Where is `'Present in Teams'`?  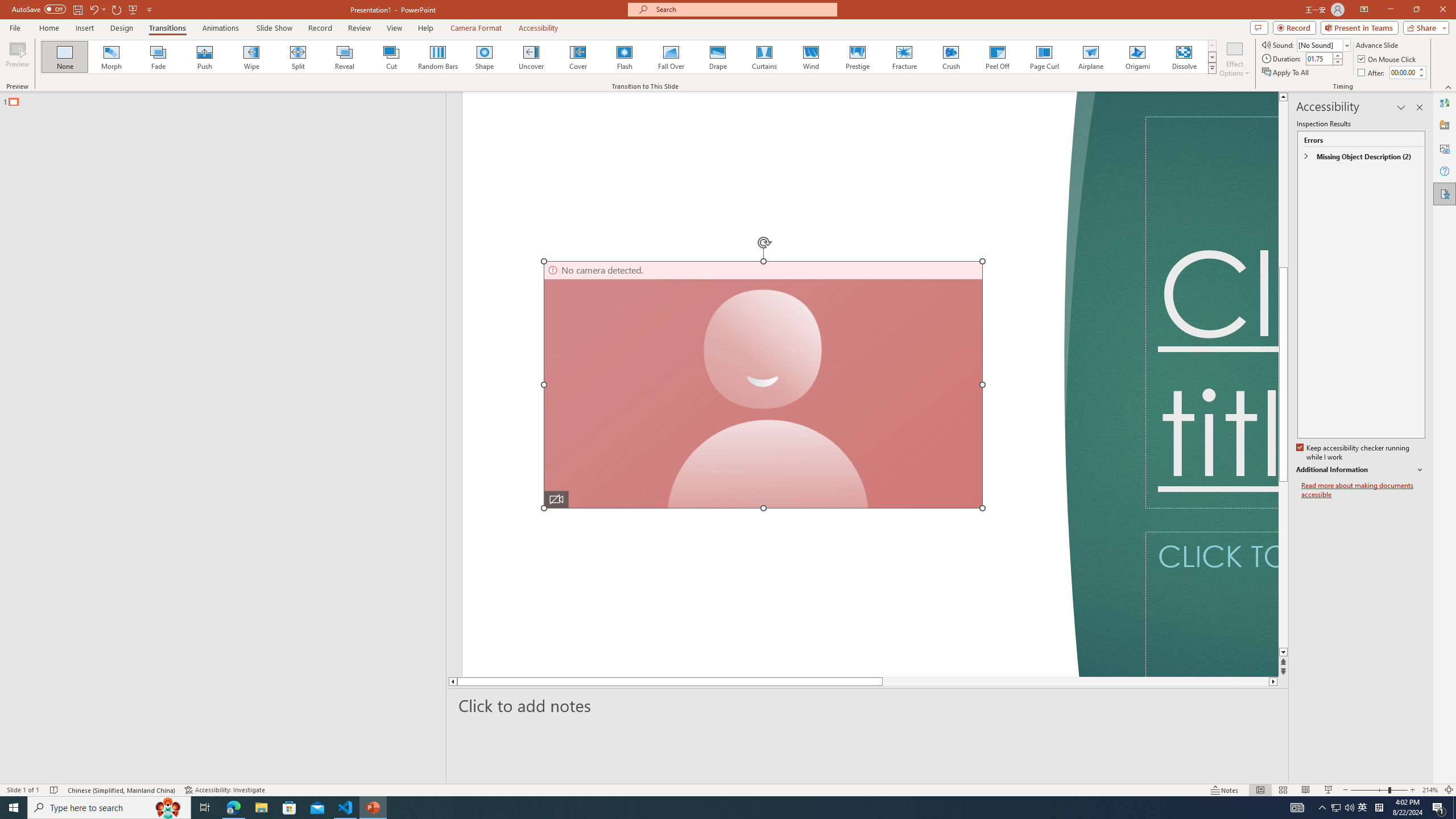
'Present in Teams' is located at coordinates (1359, 27).